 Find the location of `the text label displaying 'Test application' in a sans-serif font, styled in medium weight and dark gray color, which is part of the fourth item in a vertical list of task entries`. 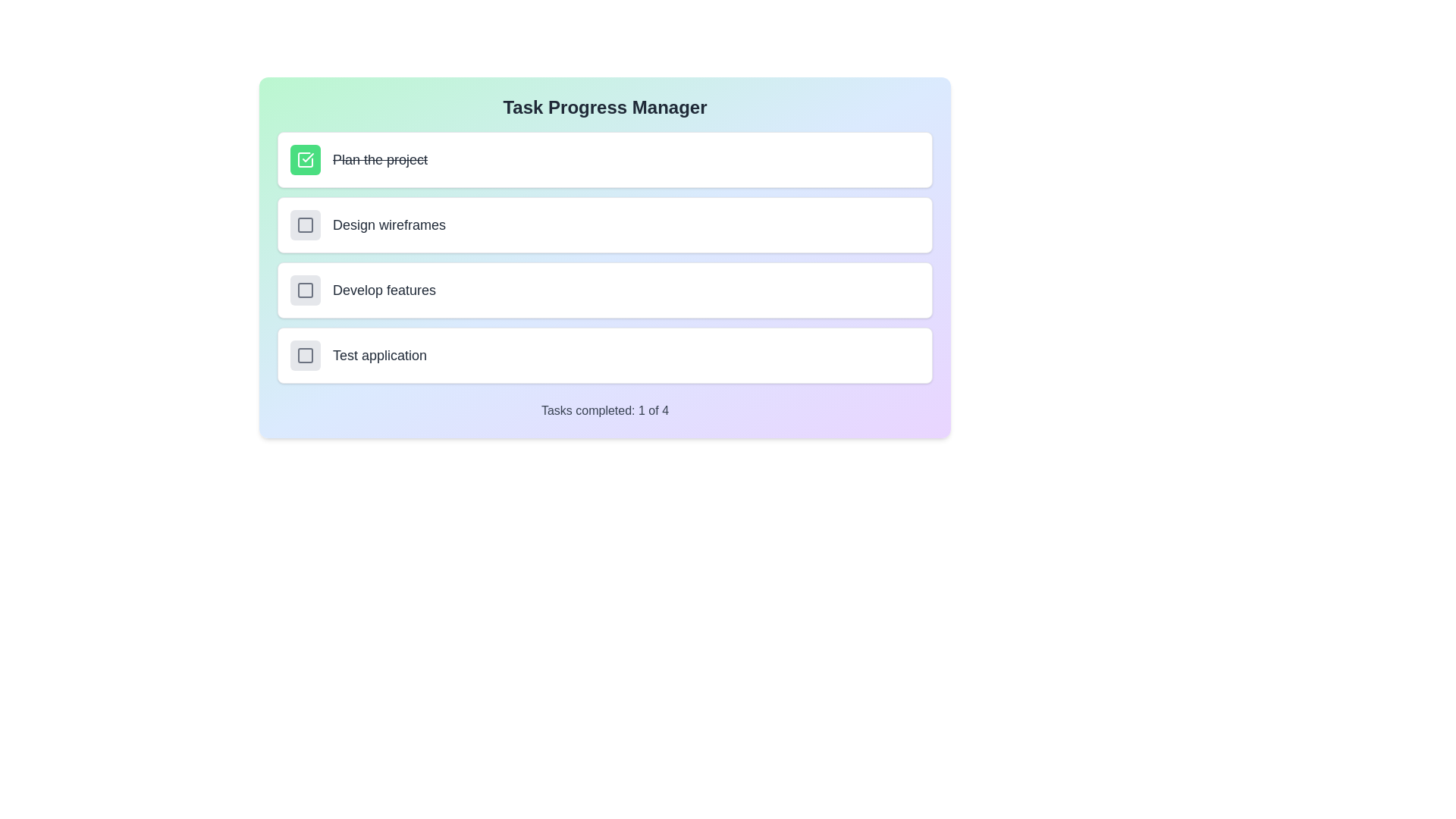

the text label displaying 'Test application' in a sans-serif font, styled in medium weight and dark gray color, which is part of the fourth item in a vertical list of task entries is located at coordinates (380, 356).